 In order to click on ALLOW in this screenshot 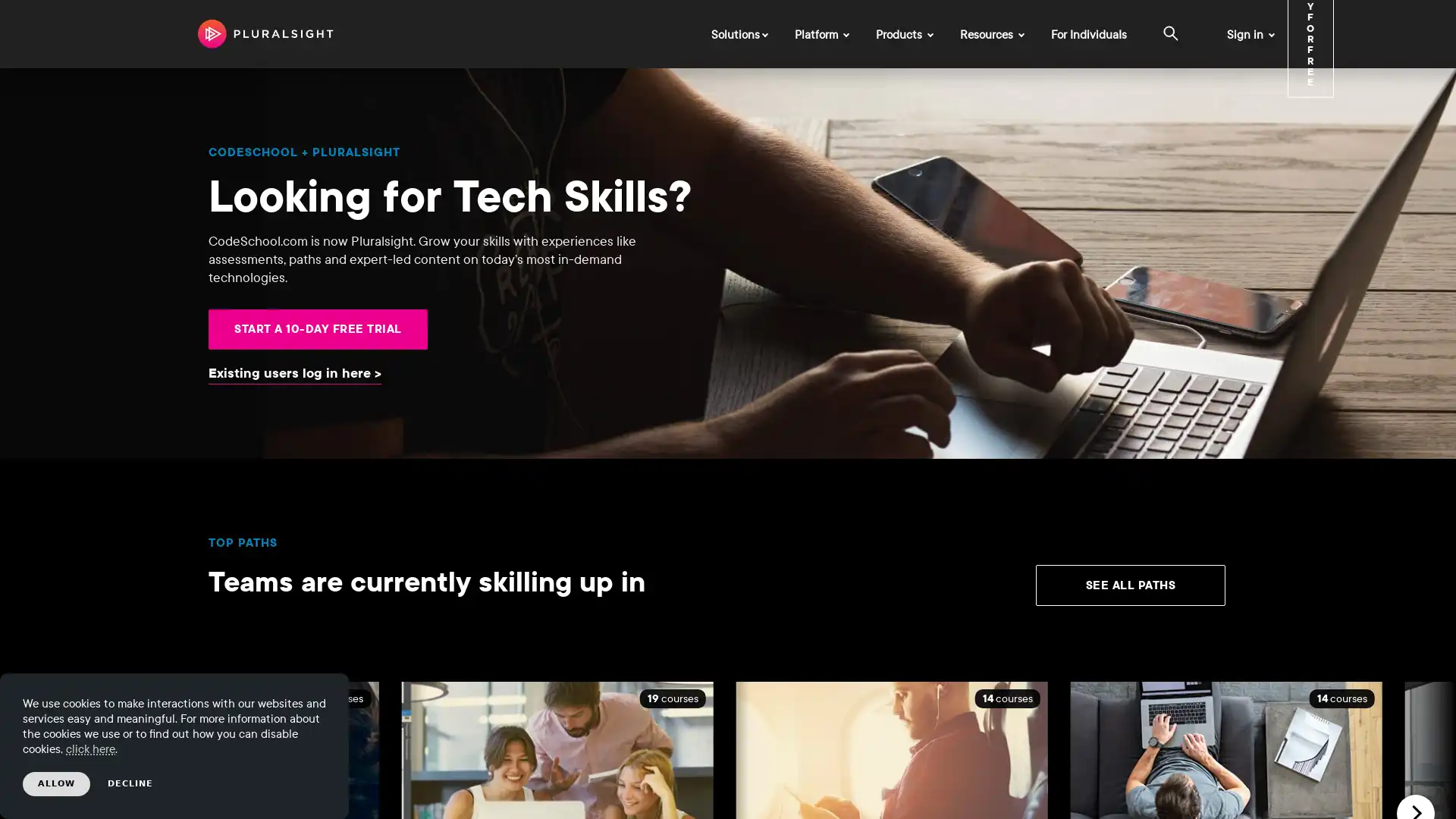, I will do `click(56, 783)`.